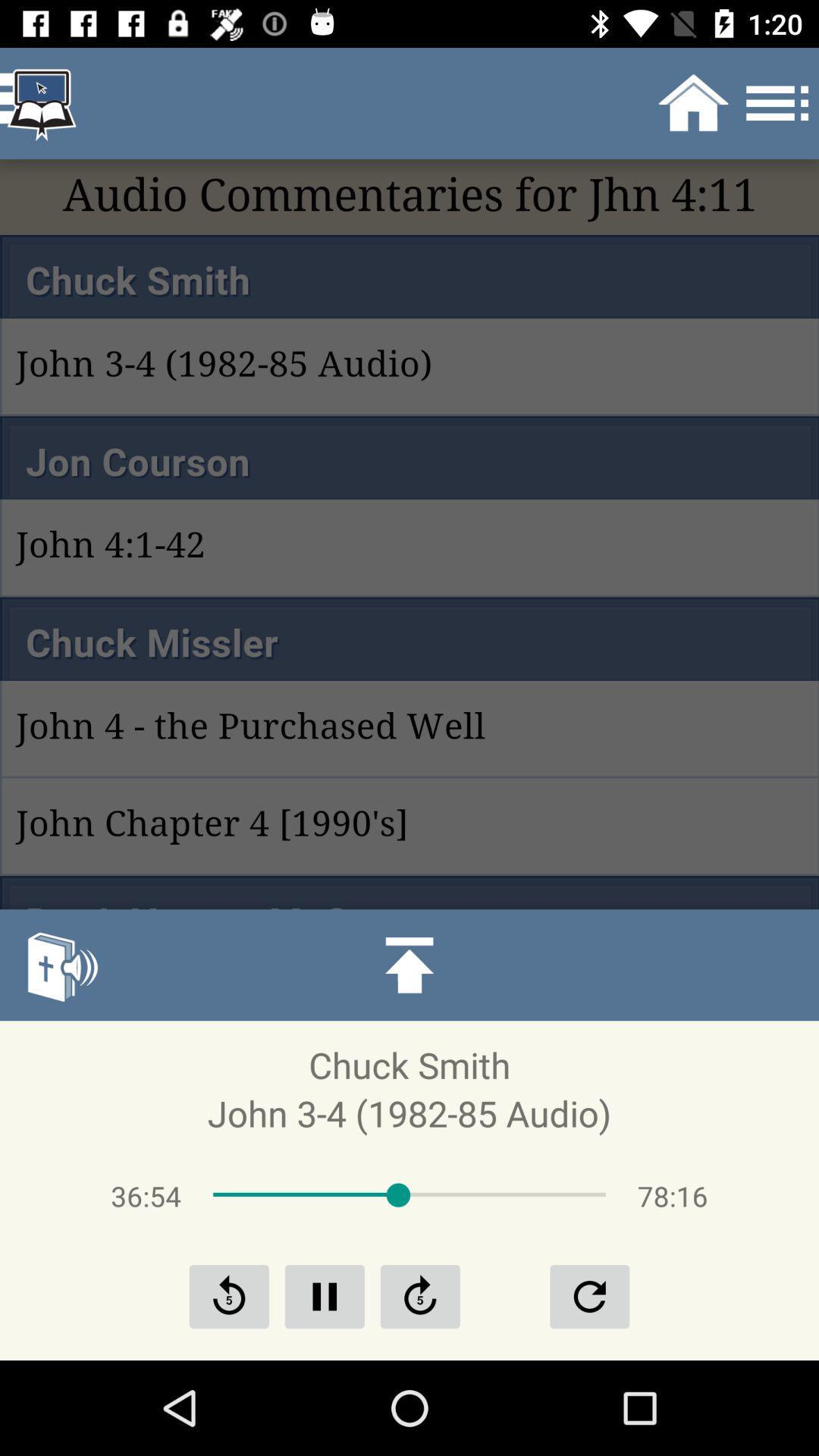 Image resolution: width=819 pixels, height=1456 pixels. What do you see at coordinates (420, 1295) in the screenshot?
I see `skip forward 5 seconds` at bounding box center [420, 1295].